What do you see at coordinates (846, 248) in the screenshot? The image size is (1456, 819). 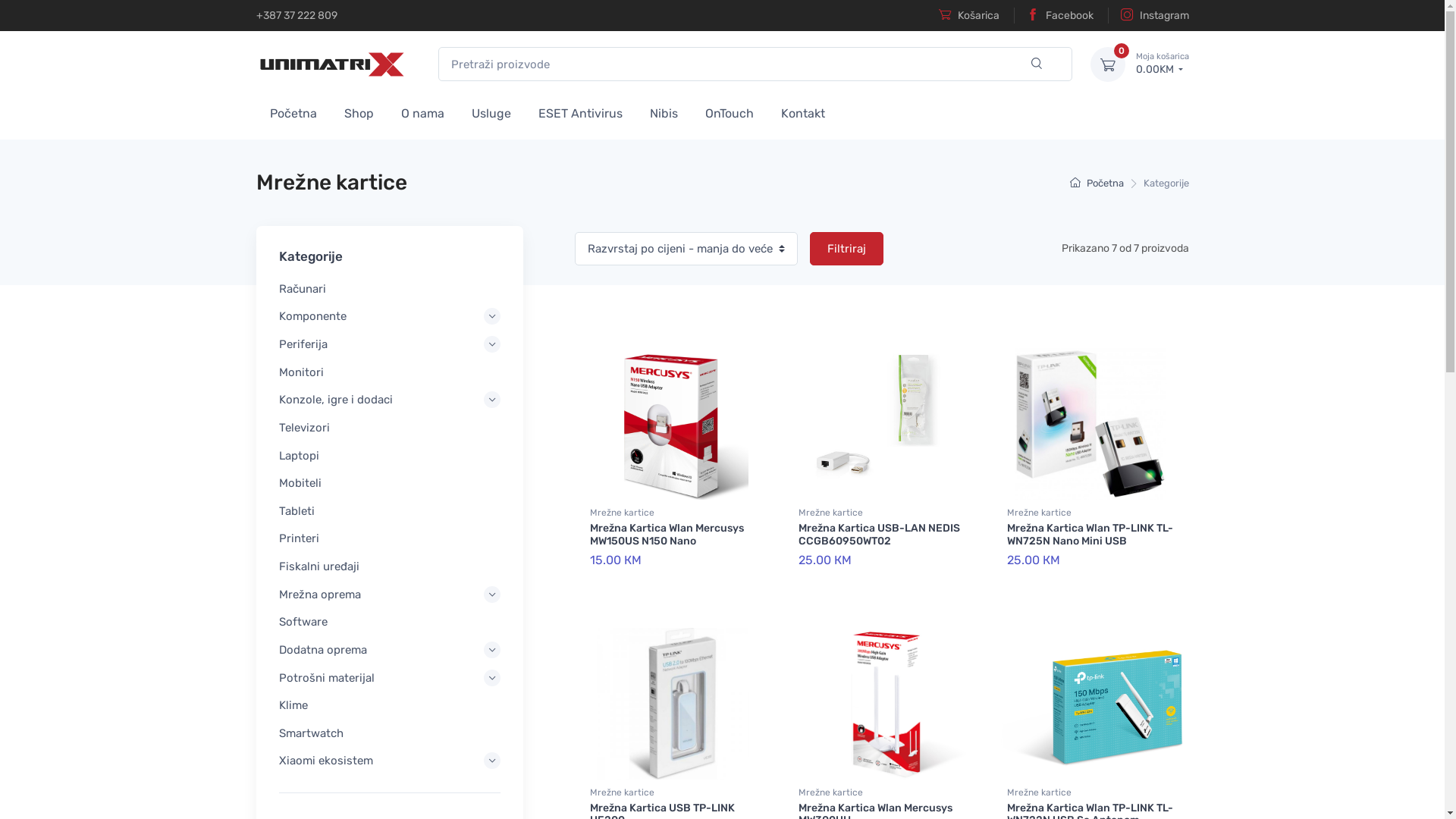 I see `'Filtriraj'` at bounding box center [846, 248].